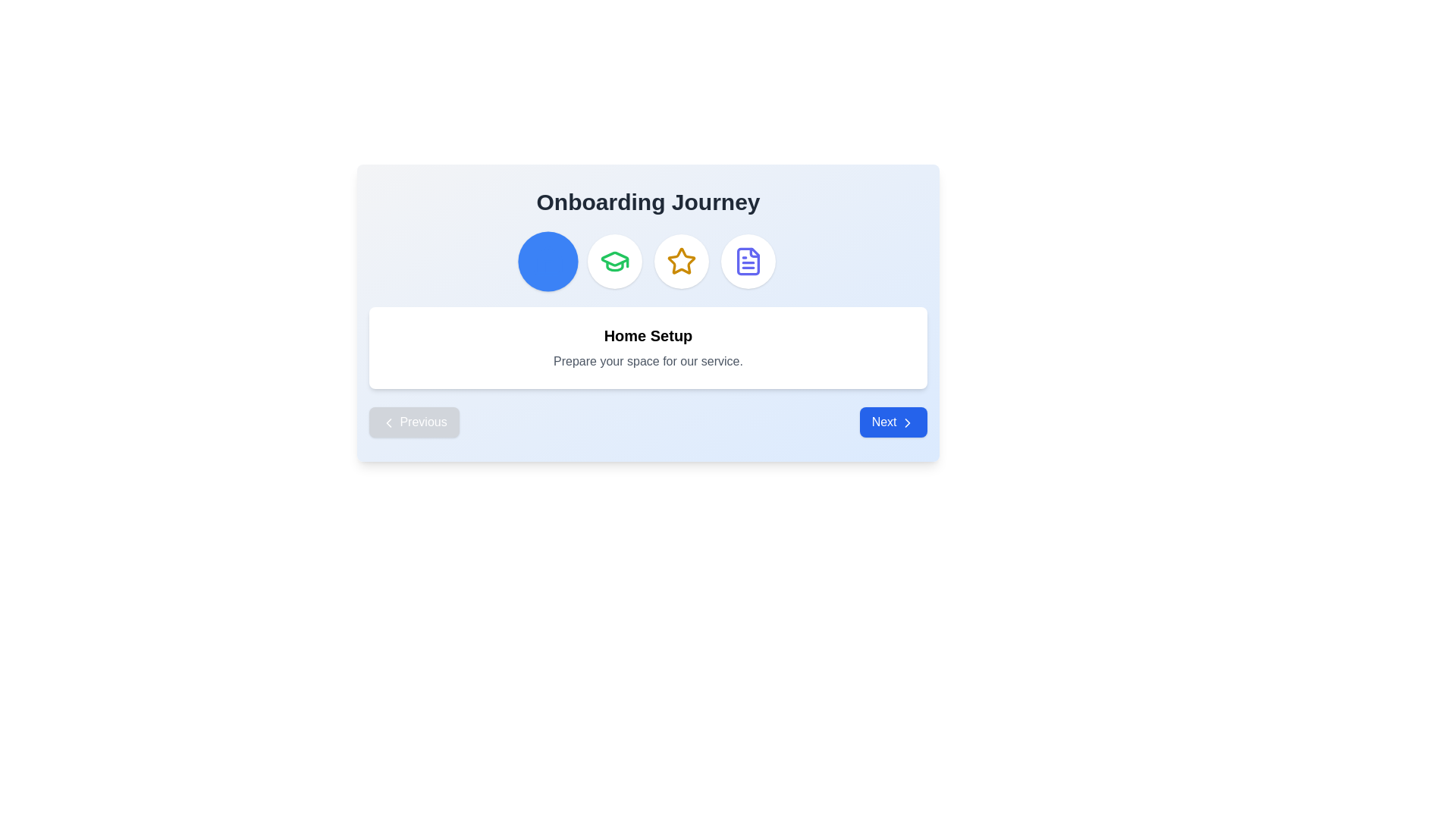 This screenshot has height=819, width=1456. What do you see at coordinates (615, 258) in the screenshot?
I see `the graduation cap icon within the circular button in the onboarding interface's upper card section` at bounding box center [615, 258].